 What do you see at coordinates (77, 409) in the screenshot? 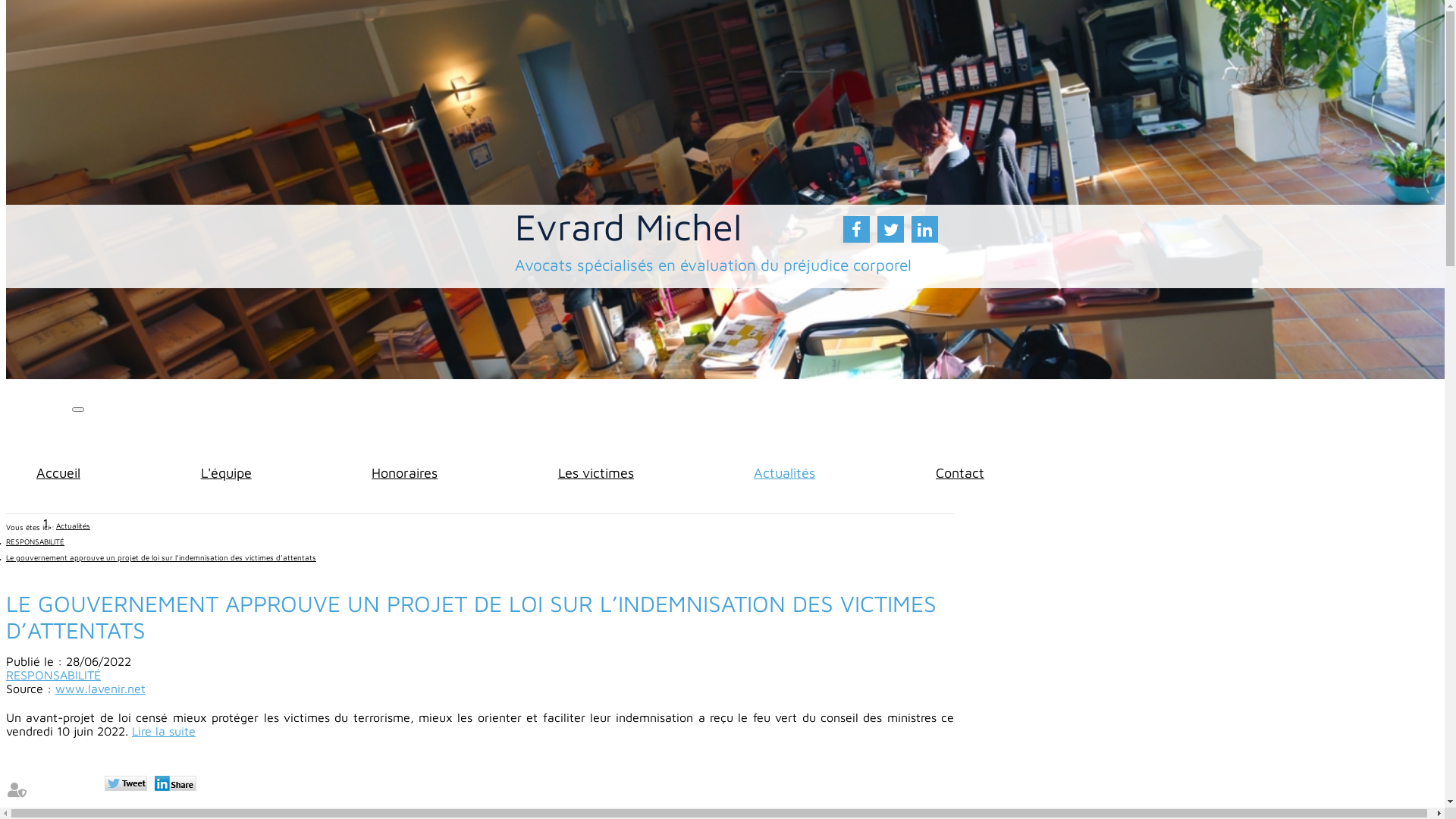
I see `'Ouvrir le menu'` at bounding box center [77, 409].